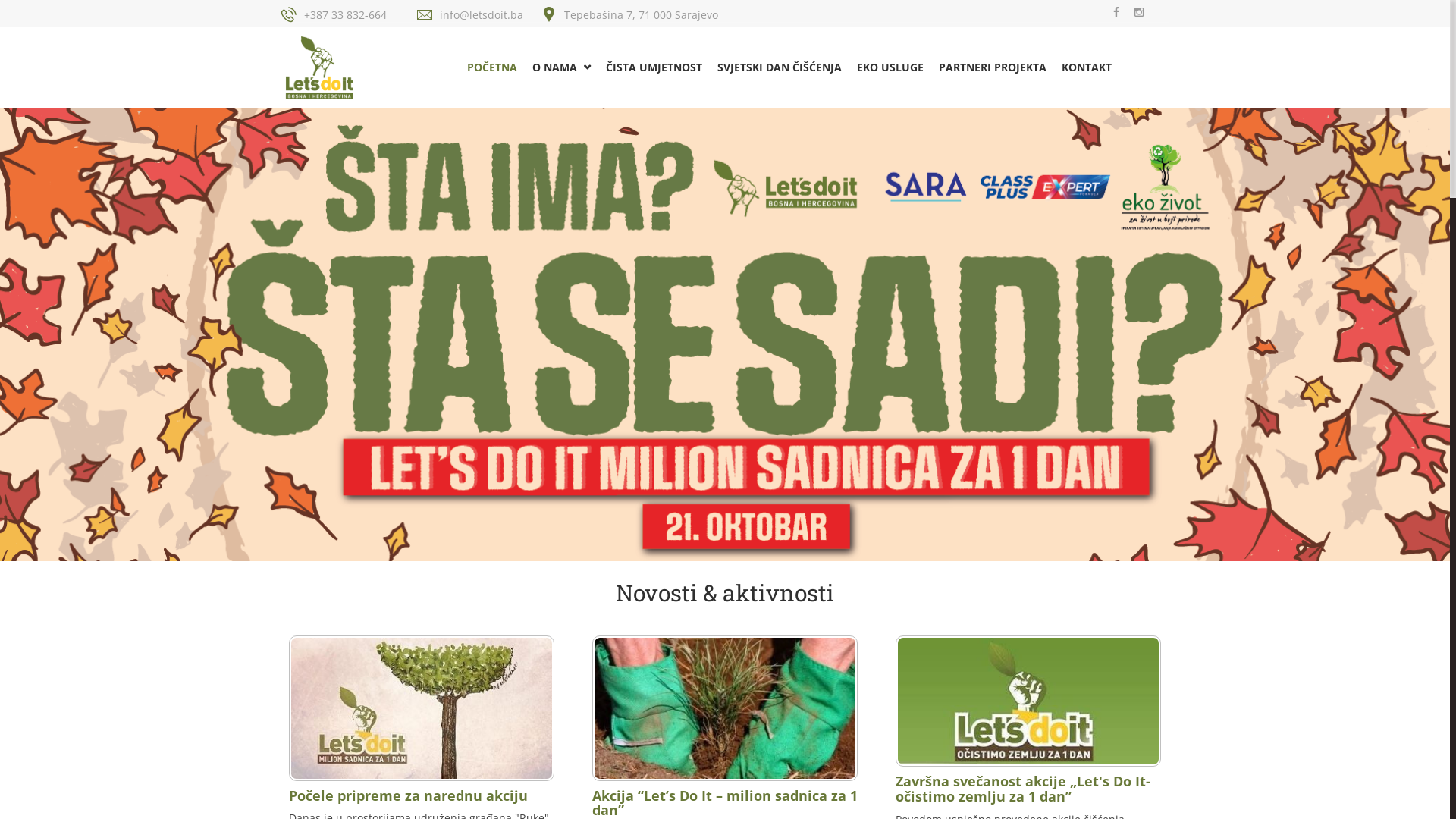 This screenshot has width=1456, height=819. What do you see at coordinates (993, 66) in the screenshot?
I see `'PARTNERI PROJEKTA'` at bounding box center [993, 66].